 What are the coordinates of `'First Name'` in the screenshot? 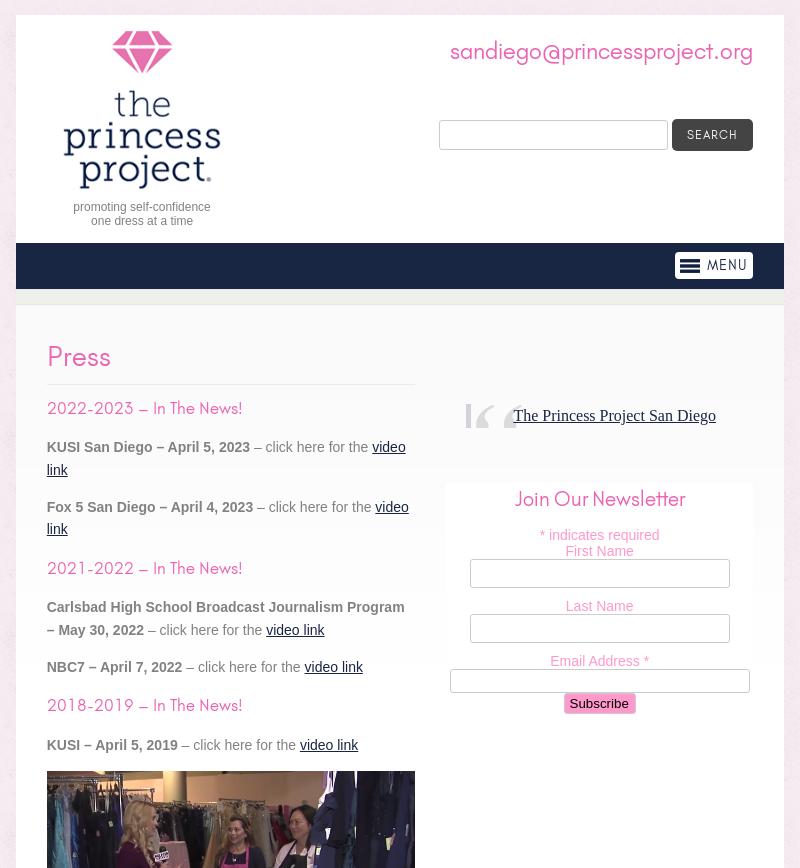 It's located at (598, 551).